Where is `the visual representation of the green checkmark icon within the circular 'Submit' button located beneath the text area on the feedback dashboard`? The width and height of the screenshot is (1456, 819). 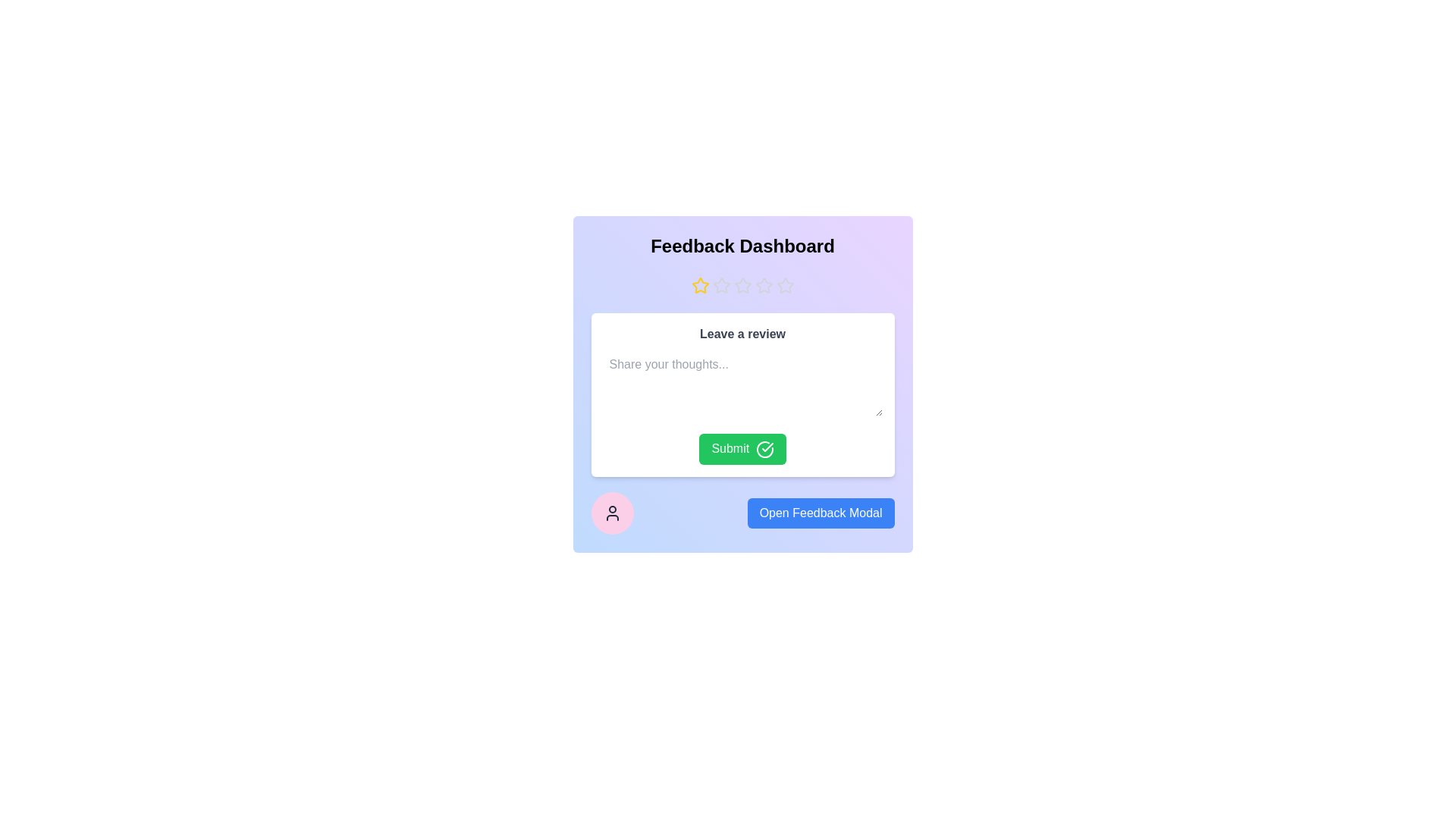 the visual representation of the green checkmark icon within the circular 'Submit' button located beneath the text area on the feedback dashboard is located at coordinates (767, 446).